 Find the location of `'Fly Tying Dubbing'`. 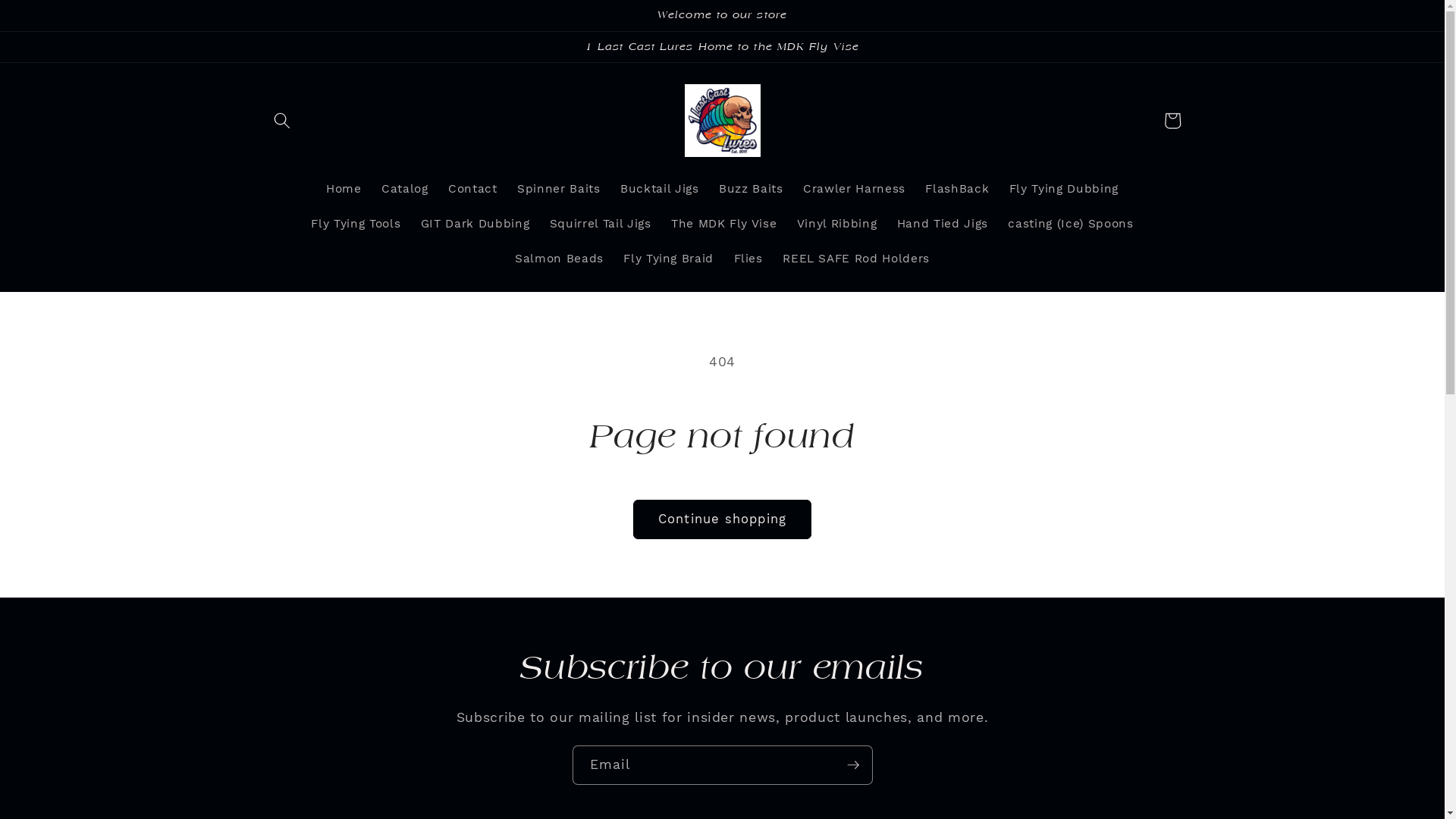

'Fly Tying Dubbing' is located at coordinates (998, 189).